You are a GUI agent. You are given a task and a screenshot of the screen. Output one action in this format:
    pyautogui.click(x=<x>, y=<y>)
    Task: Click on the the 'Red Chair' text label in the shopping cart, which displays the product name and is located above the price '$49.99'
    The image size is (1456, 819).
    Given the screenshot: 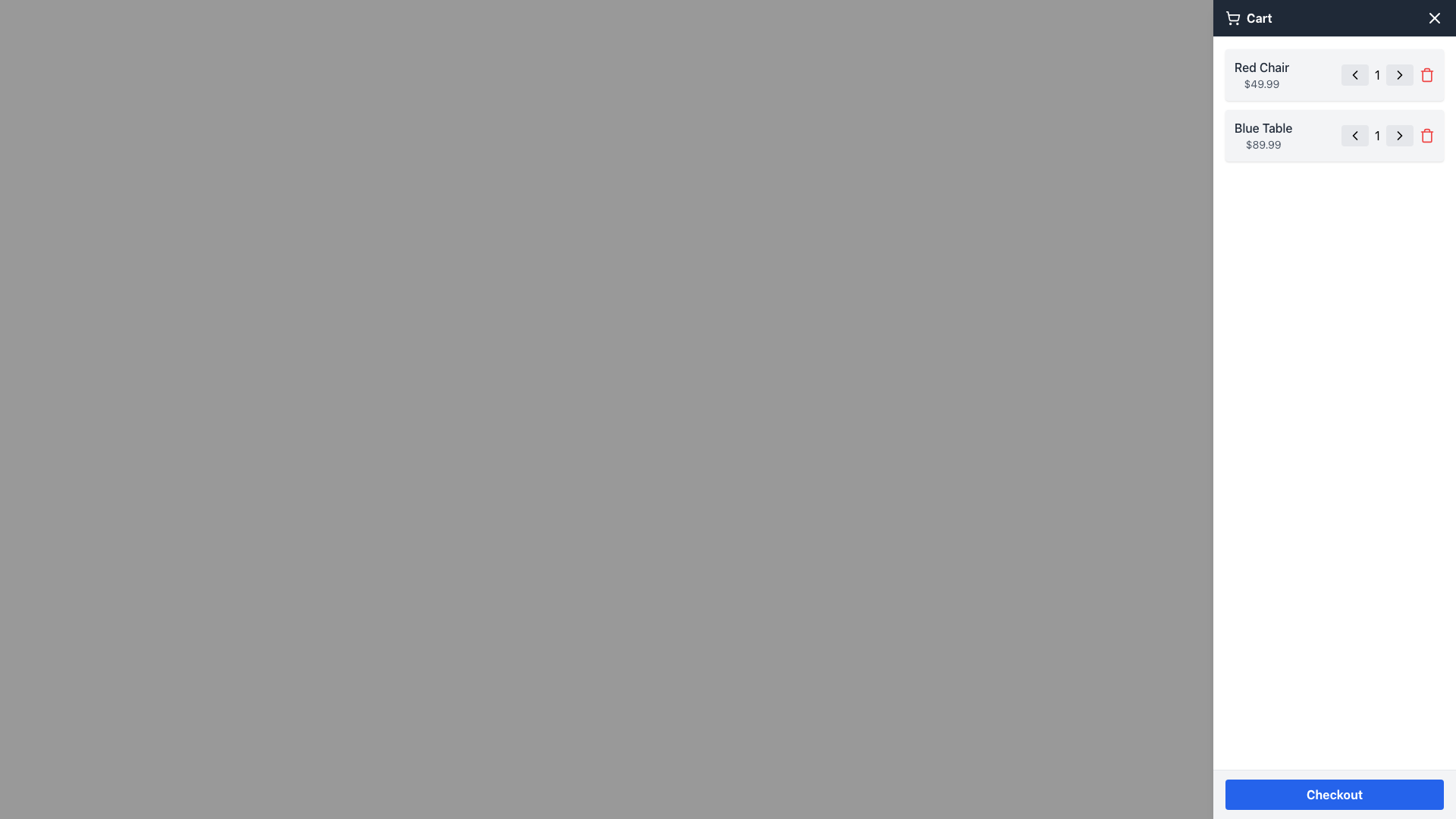 What is the action you would take?
    pyautogui.click(x=1262, y=66)
    